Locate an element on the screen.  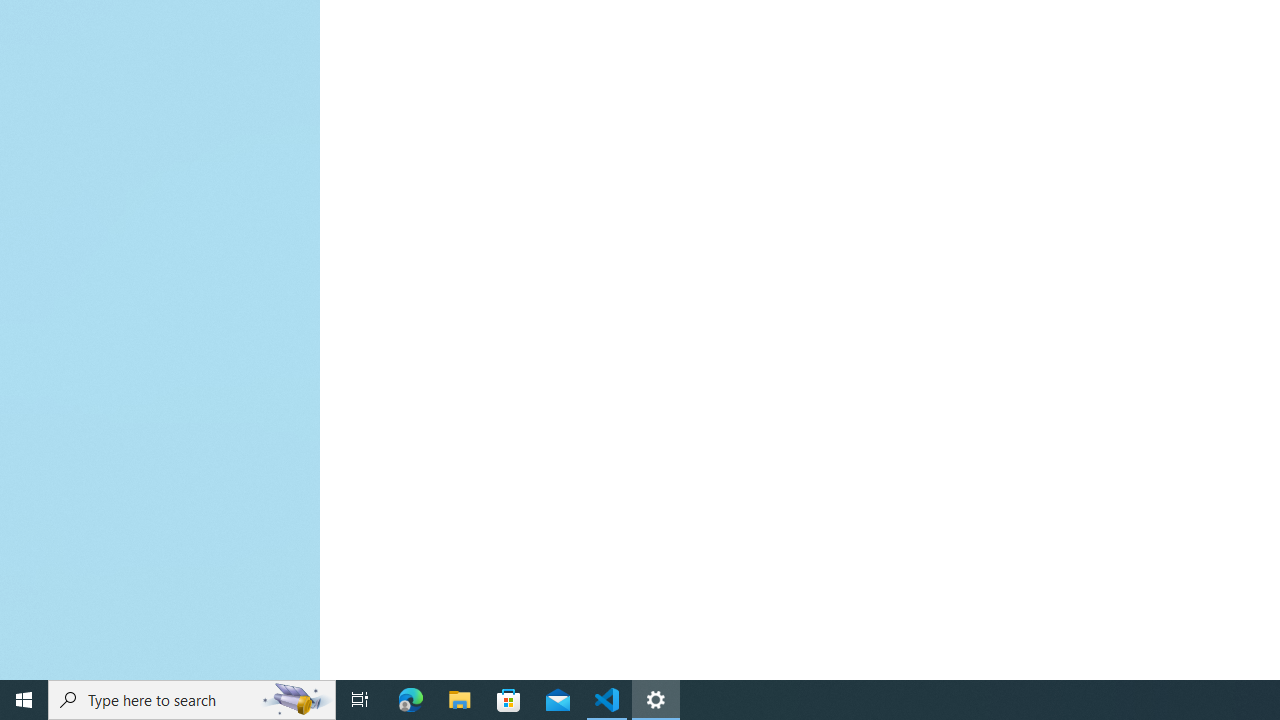
'Visual Studio Code - 1 running window' is located at coordinates (606, 698).